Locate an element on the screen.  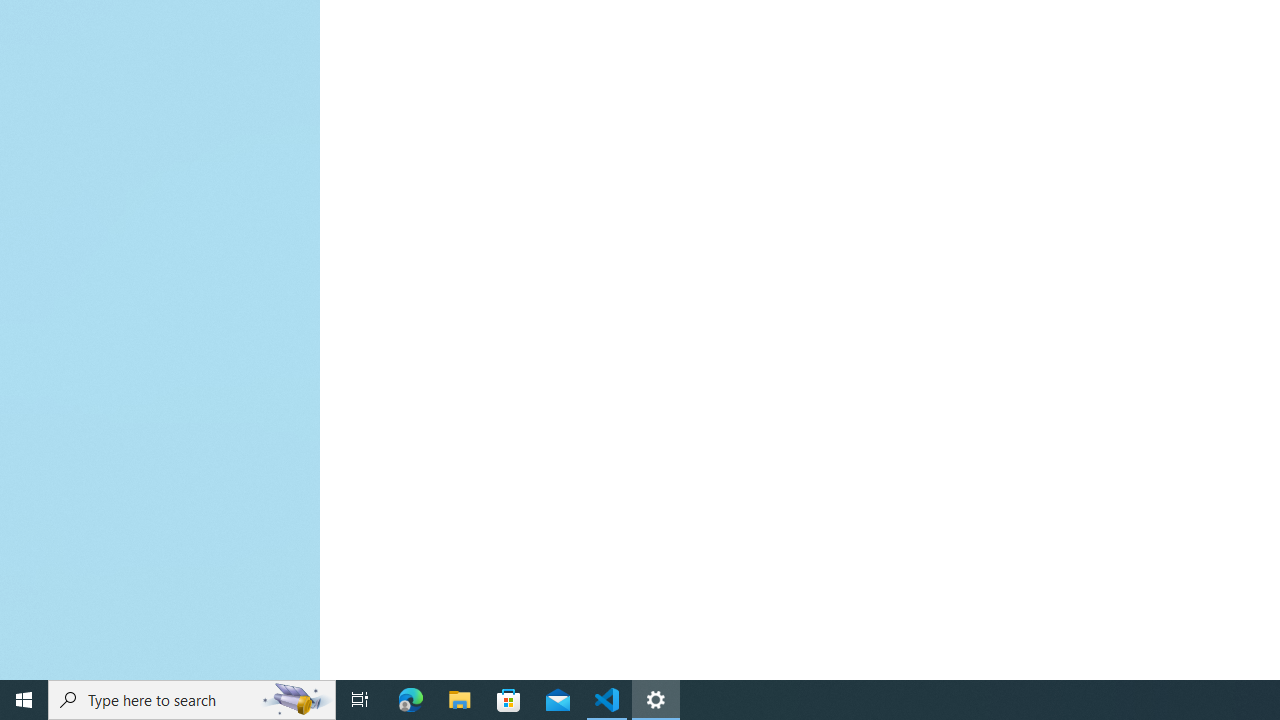
'Visual Studio Code - 1 running window' is located at coordinates (606, 698).